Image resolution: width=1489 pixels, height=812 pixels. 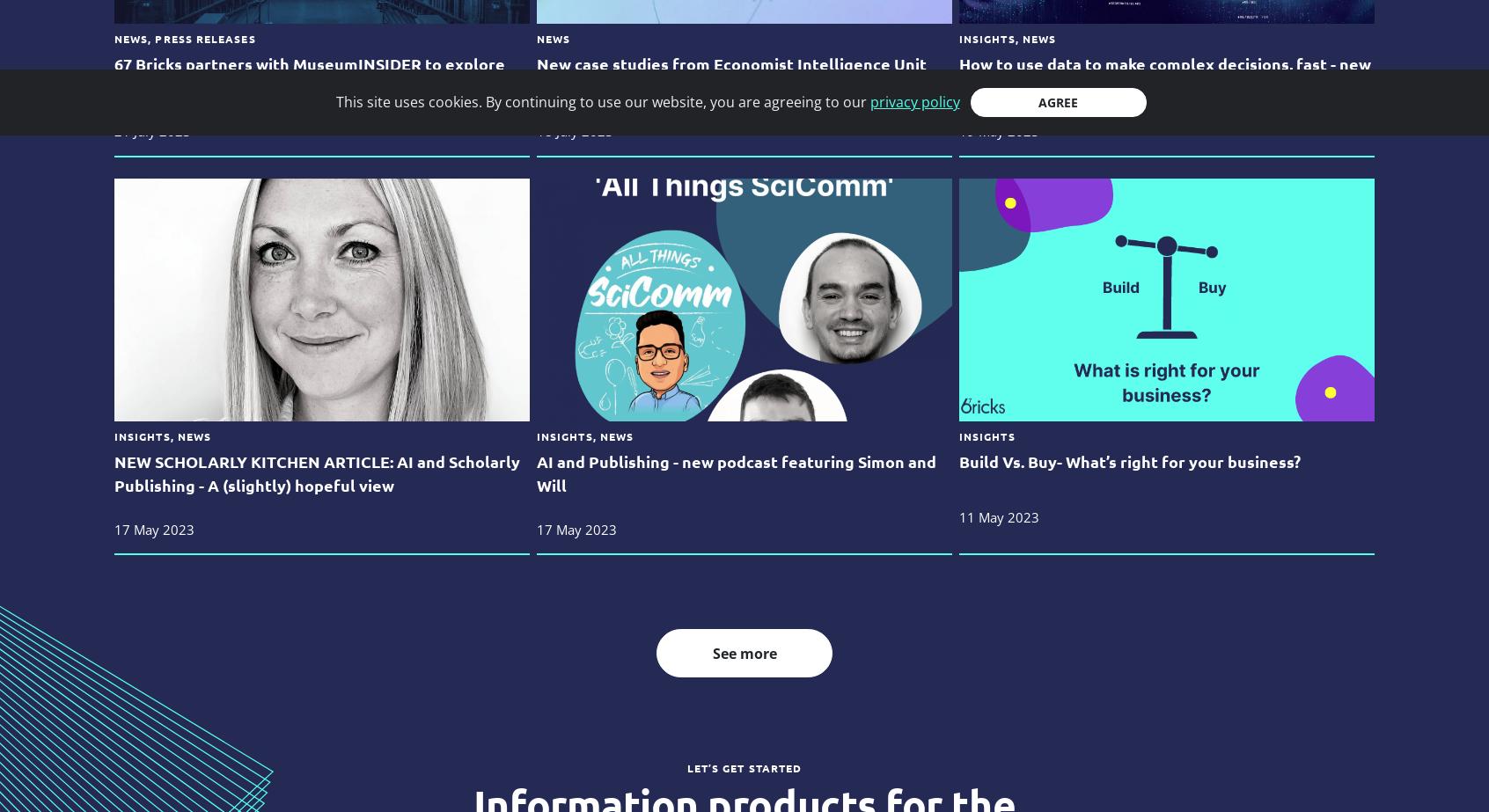 I want to click on 'AGREE', so click(x=1058, y=102).